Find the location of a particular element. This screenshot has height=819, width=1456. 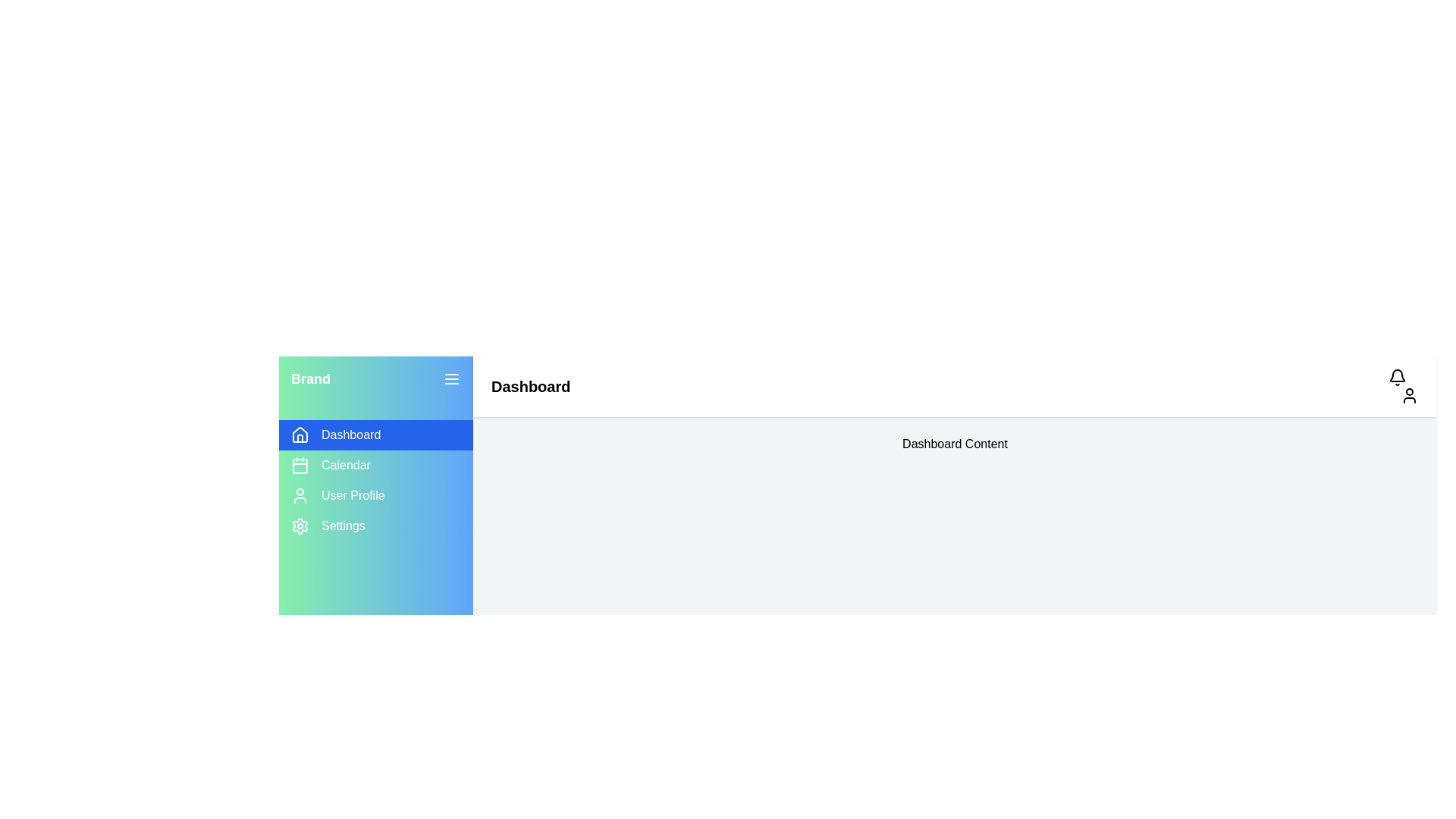

the notification bell icon located in the top-right corner of the interface is located at coordinates (1397, 376).